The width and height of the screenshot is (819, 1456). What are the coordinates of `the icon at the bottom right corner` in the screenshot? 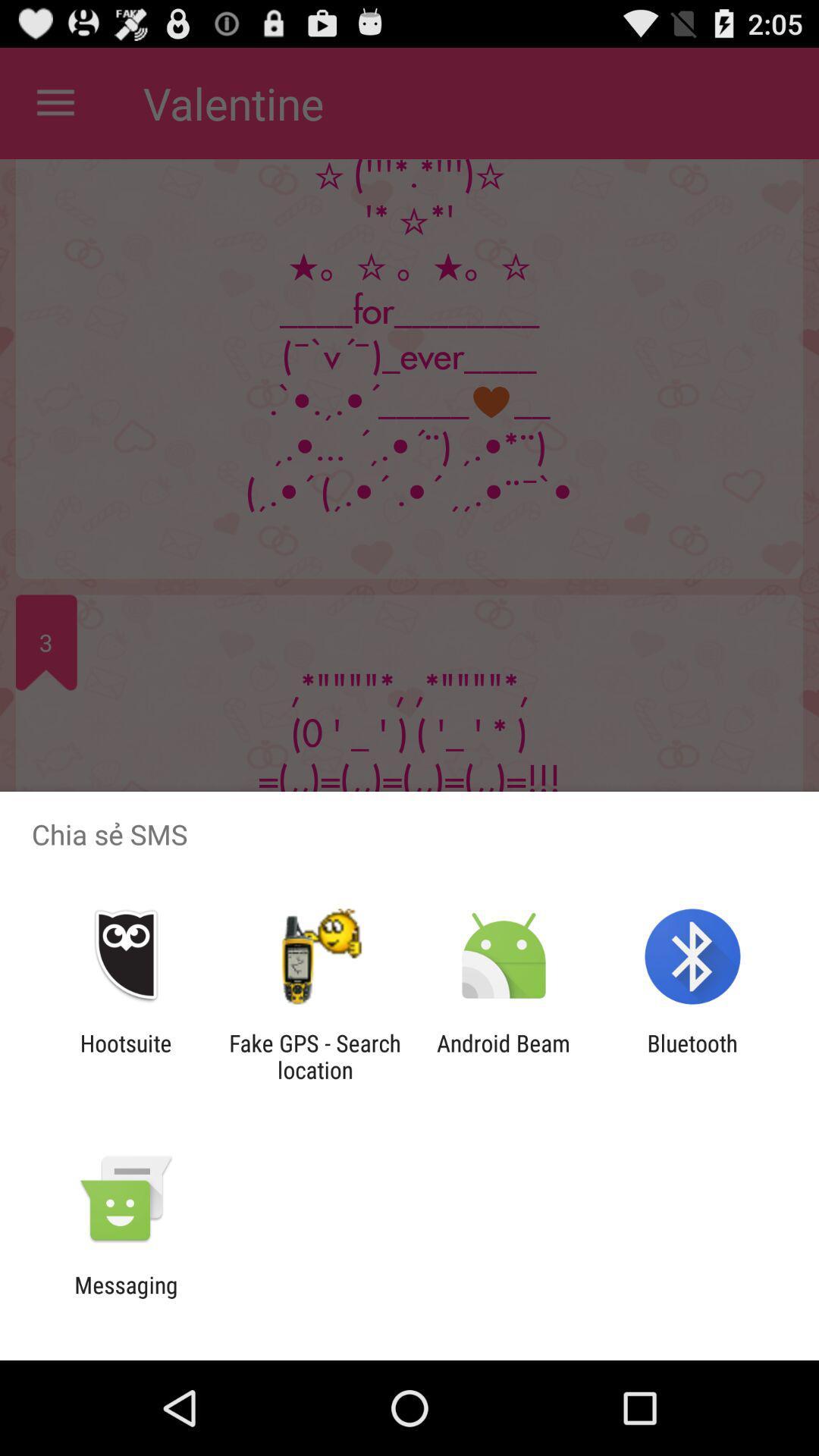 It's located at (692, 1056).